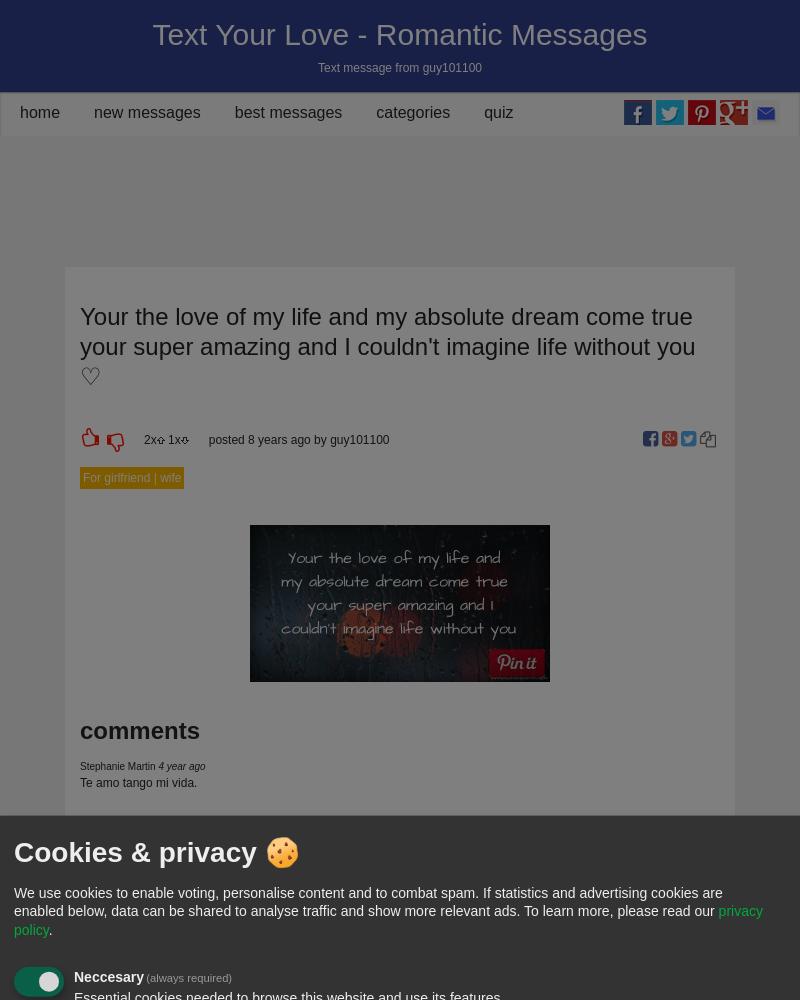  Describe the element at coordinates (498, 111) in the screenshot. I see `'quiz'` at that location.